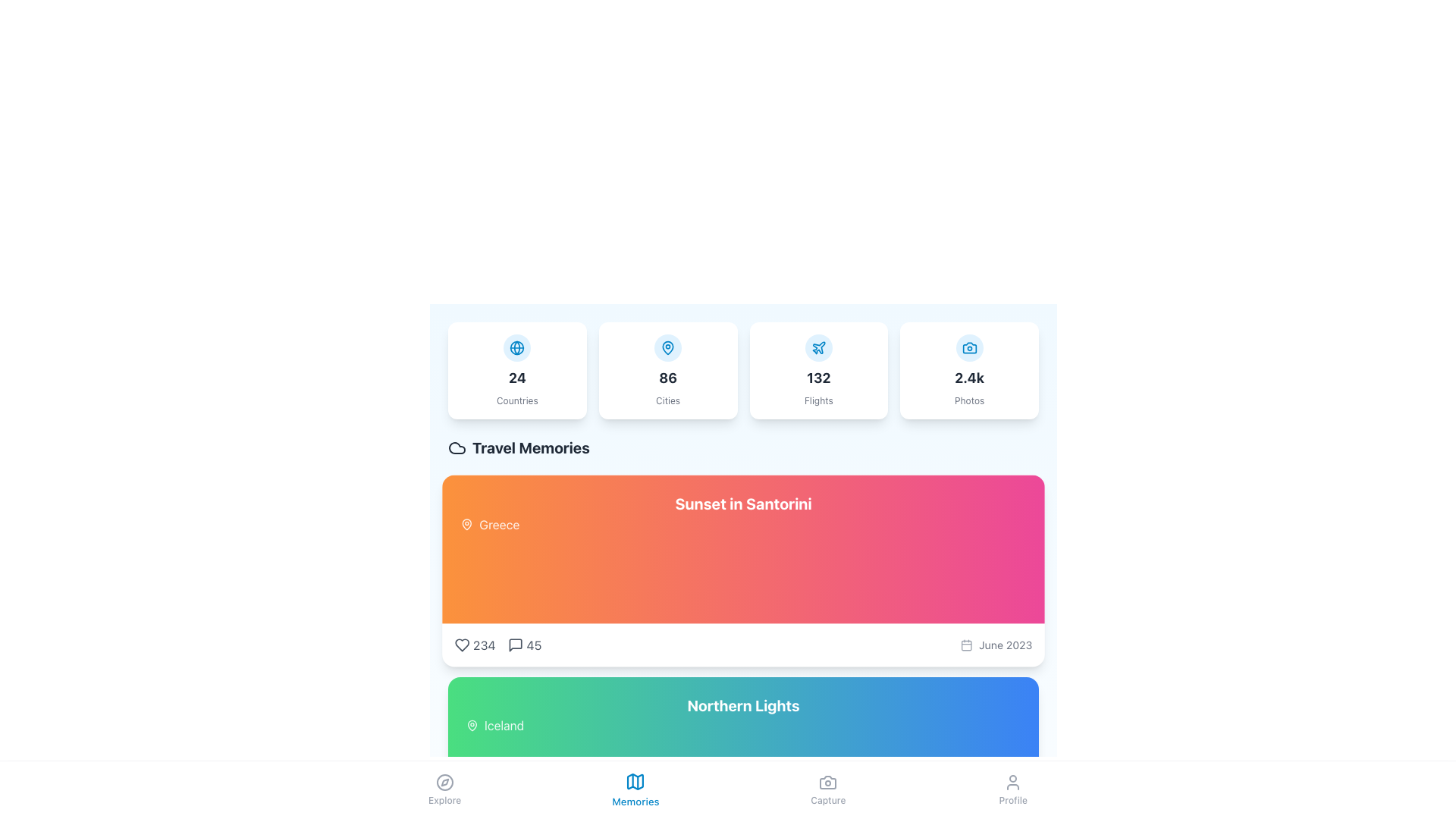 This screenshot has height=819, width=1456. What do you see at coordinates (743, 705) in the screenshot?
I see `the text label that serves as a header or title, positioned centrally beneath the 'Sunset in Santorini' section` at bounding box center [743, 705].